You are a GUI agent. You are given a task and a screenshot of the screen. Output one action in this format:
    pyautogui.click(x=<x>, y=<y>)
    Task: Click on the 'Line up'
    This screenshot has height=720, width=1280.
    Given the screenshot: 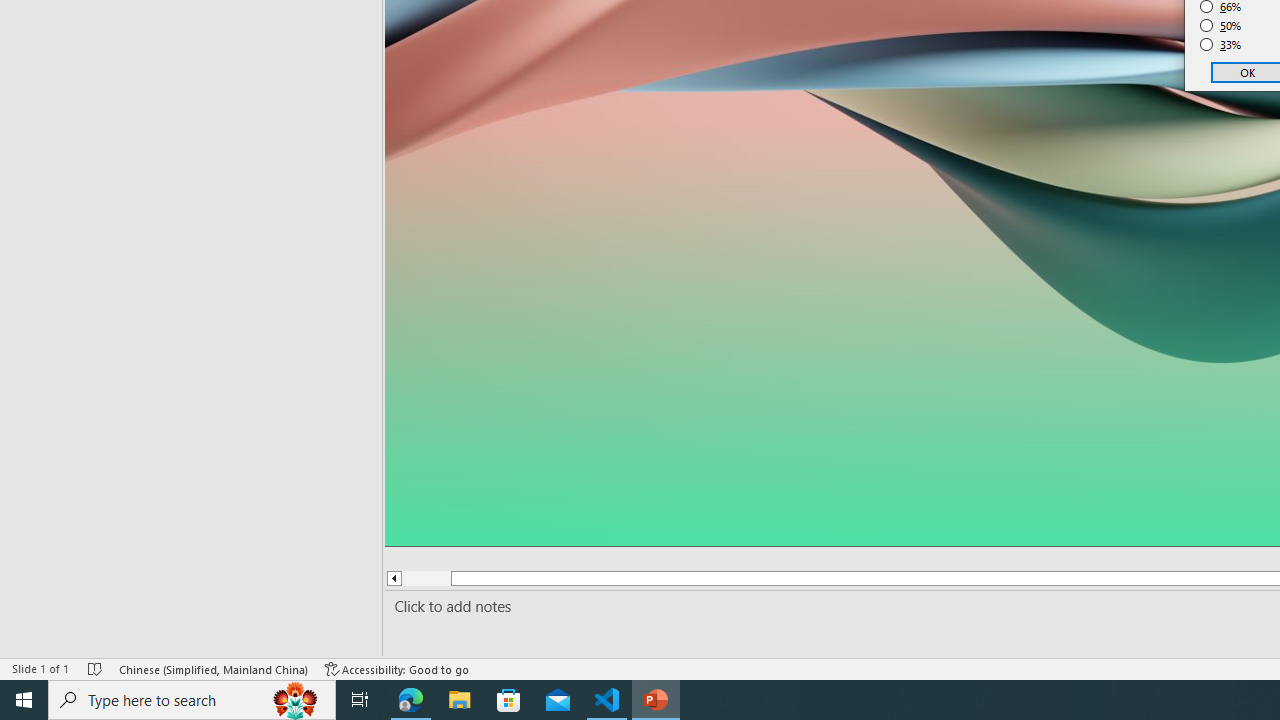 What is the action you would take?
    pyautogui.click(x=393, y=578)
    